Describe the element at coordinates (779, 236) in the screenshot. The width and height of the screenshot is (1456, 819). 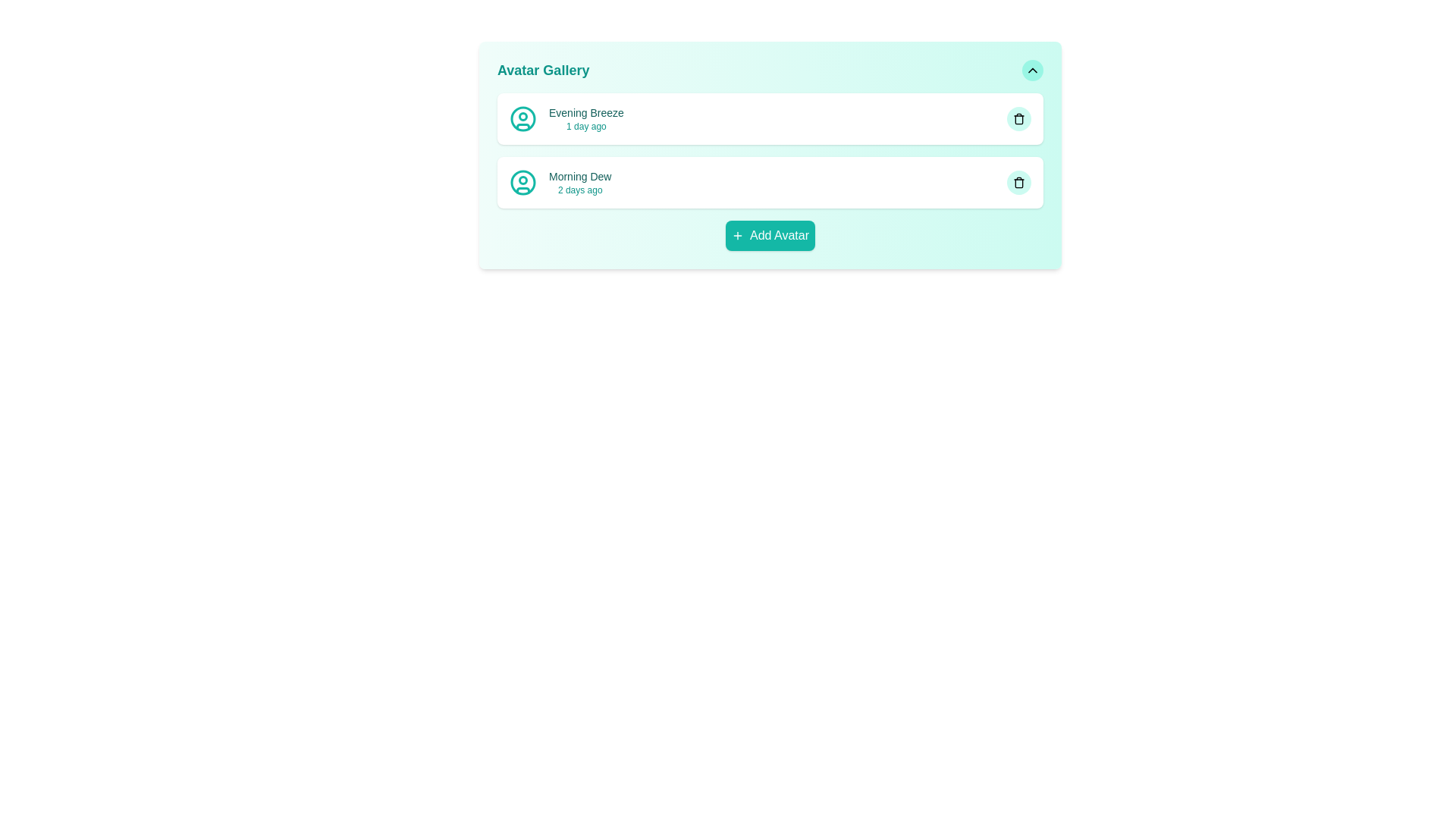
I see `the button labeled` at that location.